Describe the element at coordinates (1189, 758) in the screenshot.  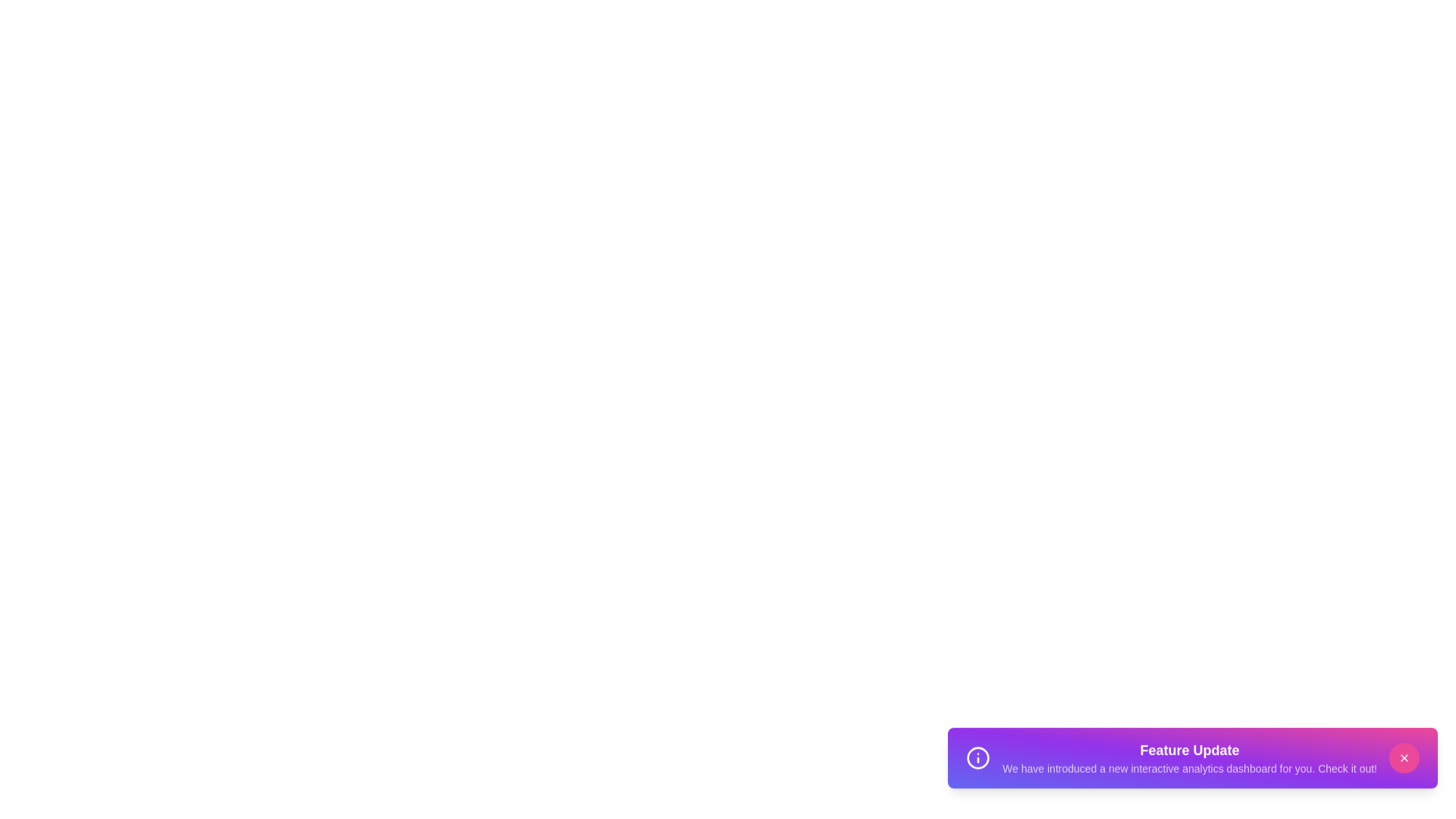
I see `the header text 'Feature Update' to select it` at that location.